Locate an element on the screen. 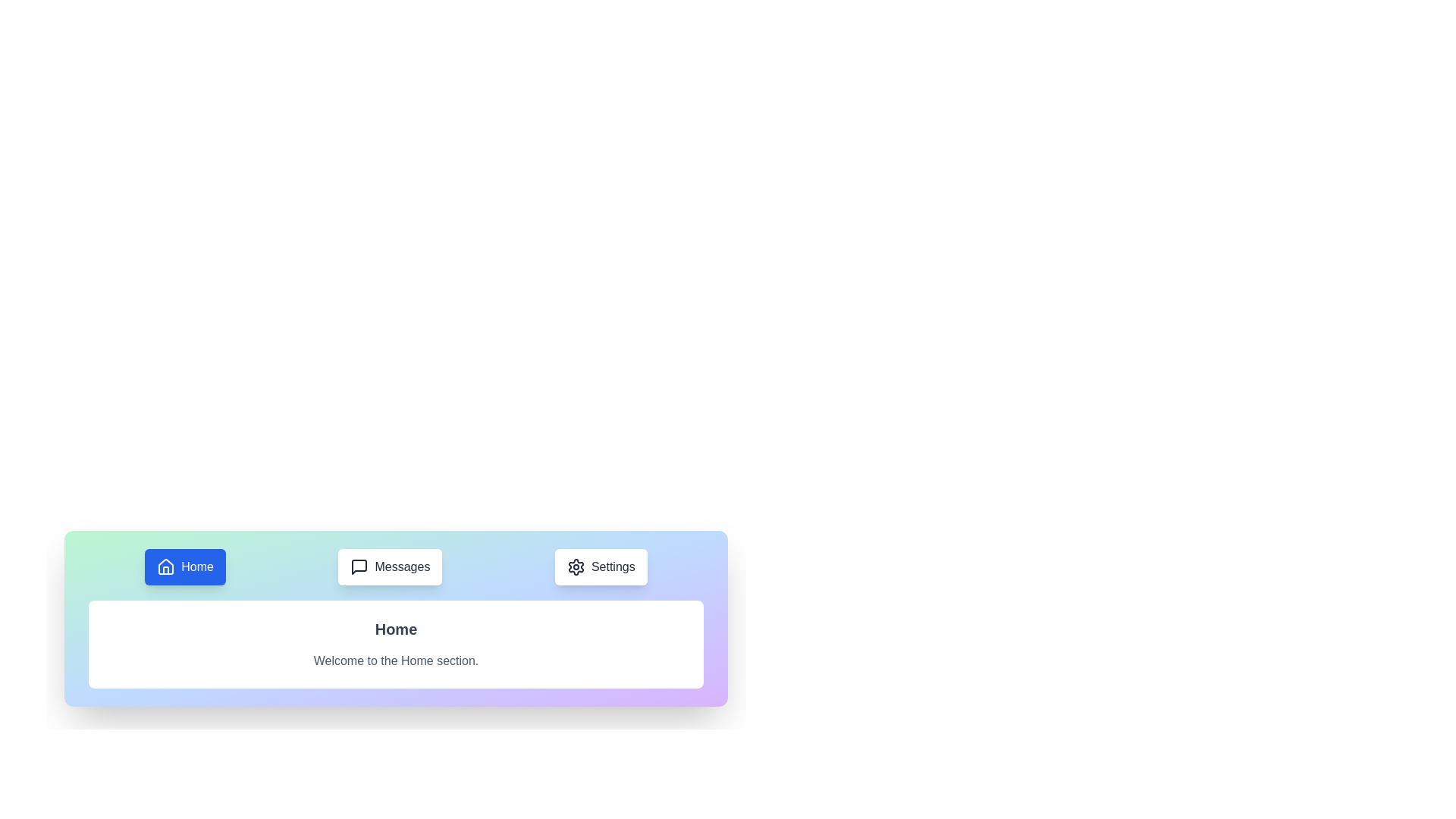  the tab labeled Home to select it is located at coordinates (184, 567).